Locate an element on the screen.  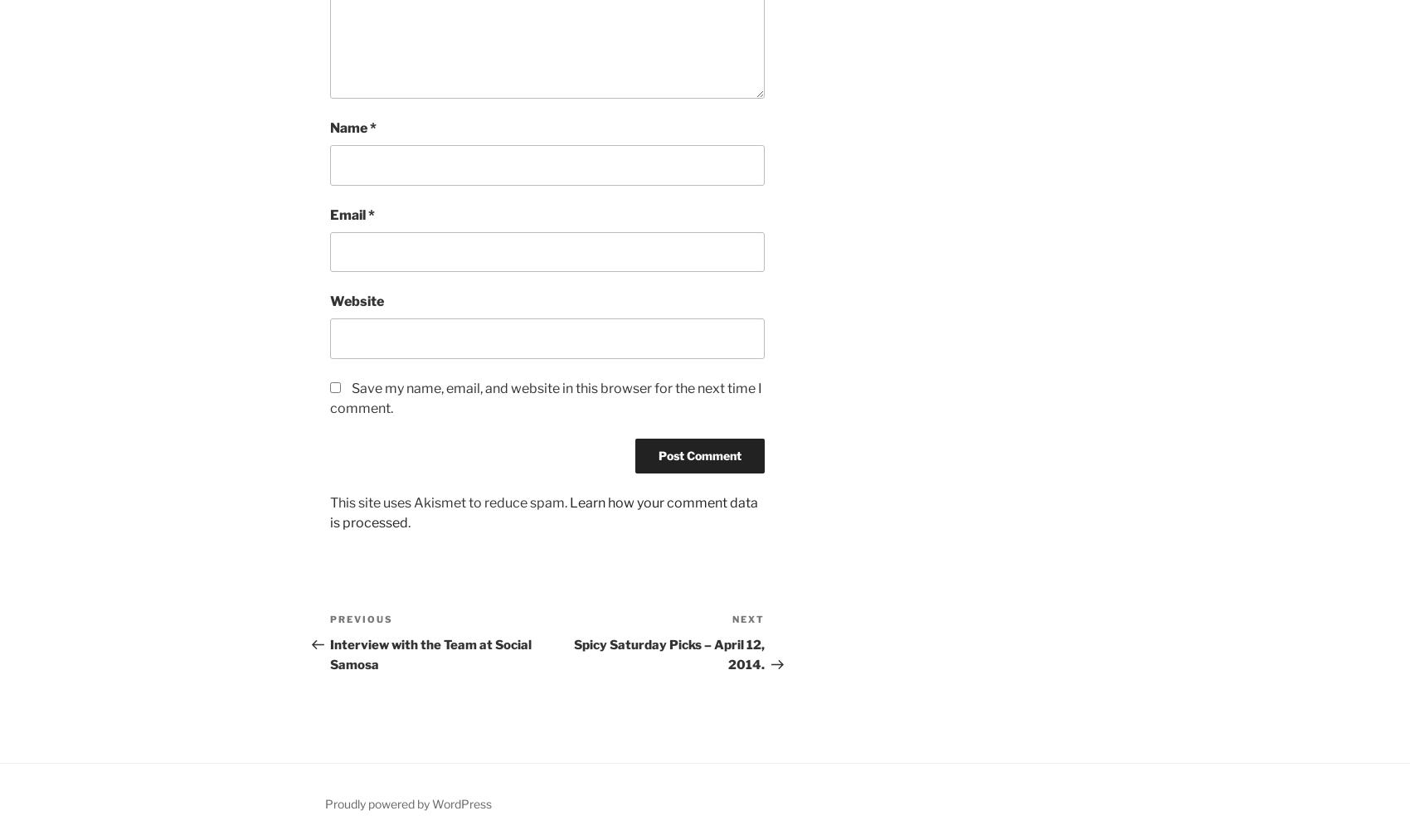
'Next' is located at coordinates (748, 618).